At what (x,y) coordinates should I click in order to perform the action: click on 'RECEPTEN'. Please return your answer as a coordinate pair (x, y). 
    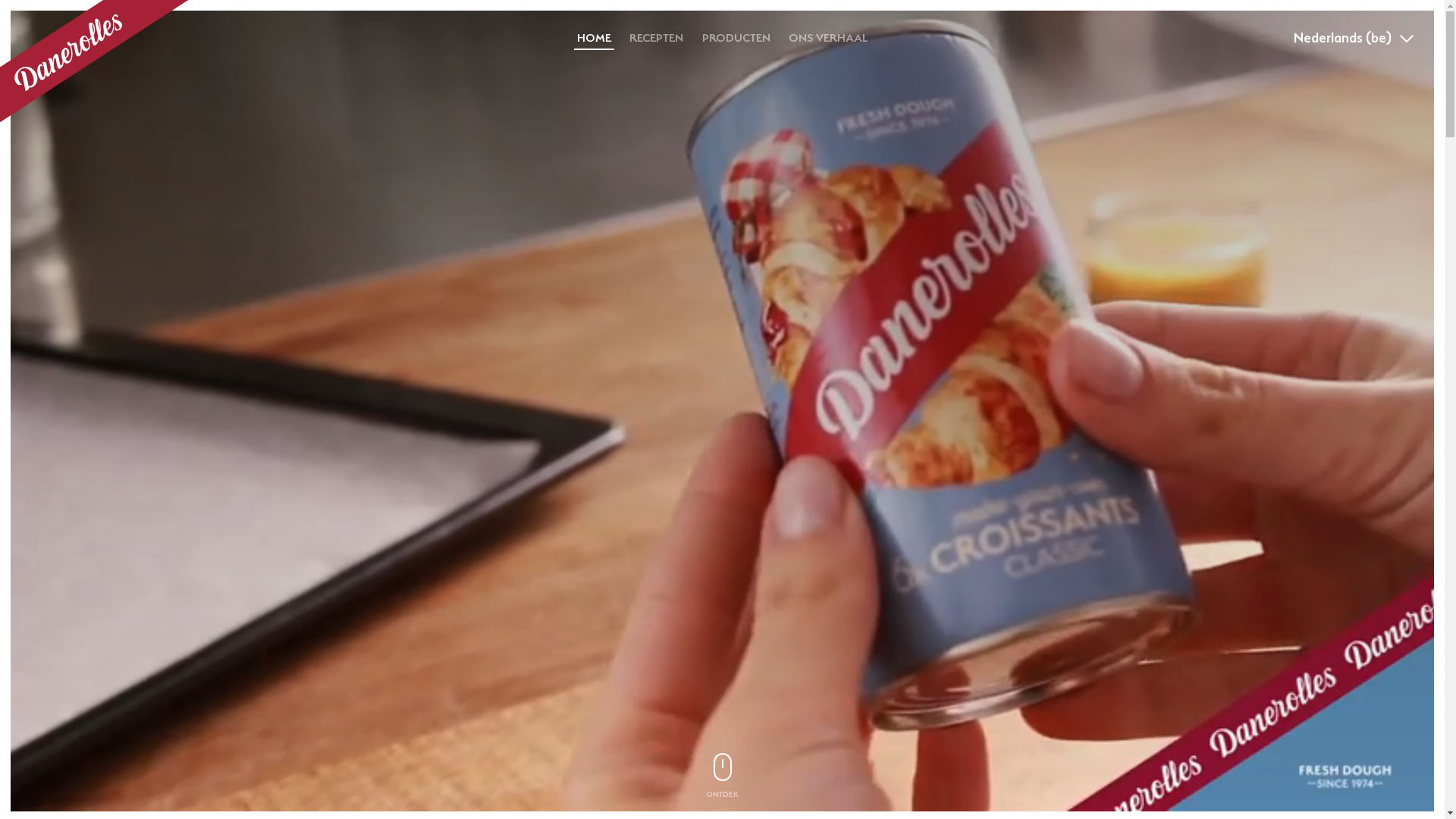
    Looking at the image, I should click on (656, 37).